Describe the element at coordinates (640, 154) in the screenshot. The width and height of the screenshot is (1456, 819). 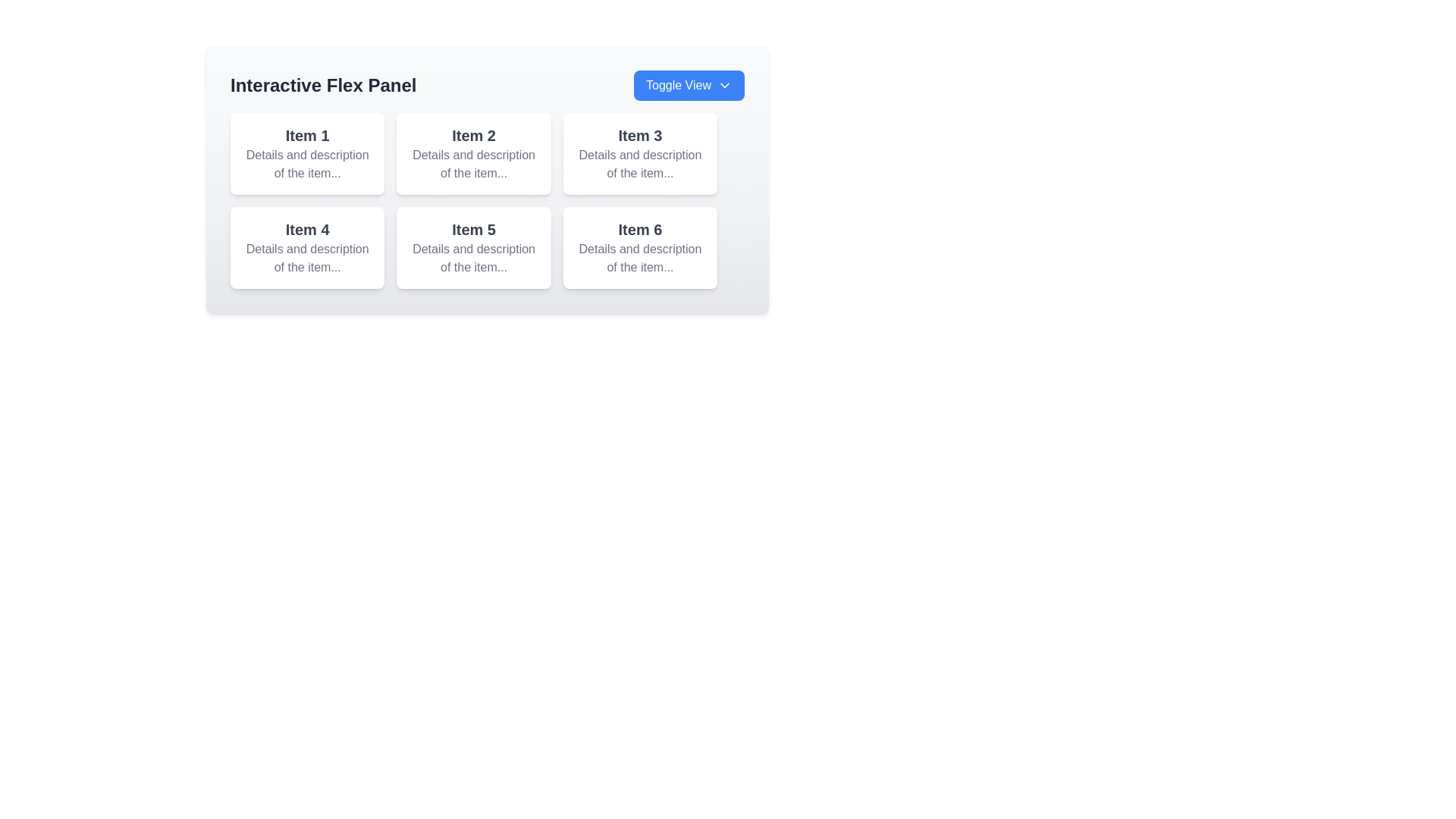
I see `the card with a white background and bold heading 'Item 3', which is the third card from the left in the top row of a grid` at that location.